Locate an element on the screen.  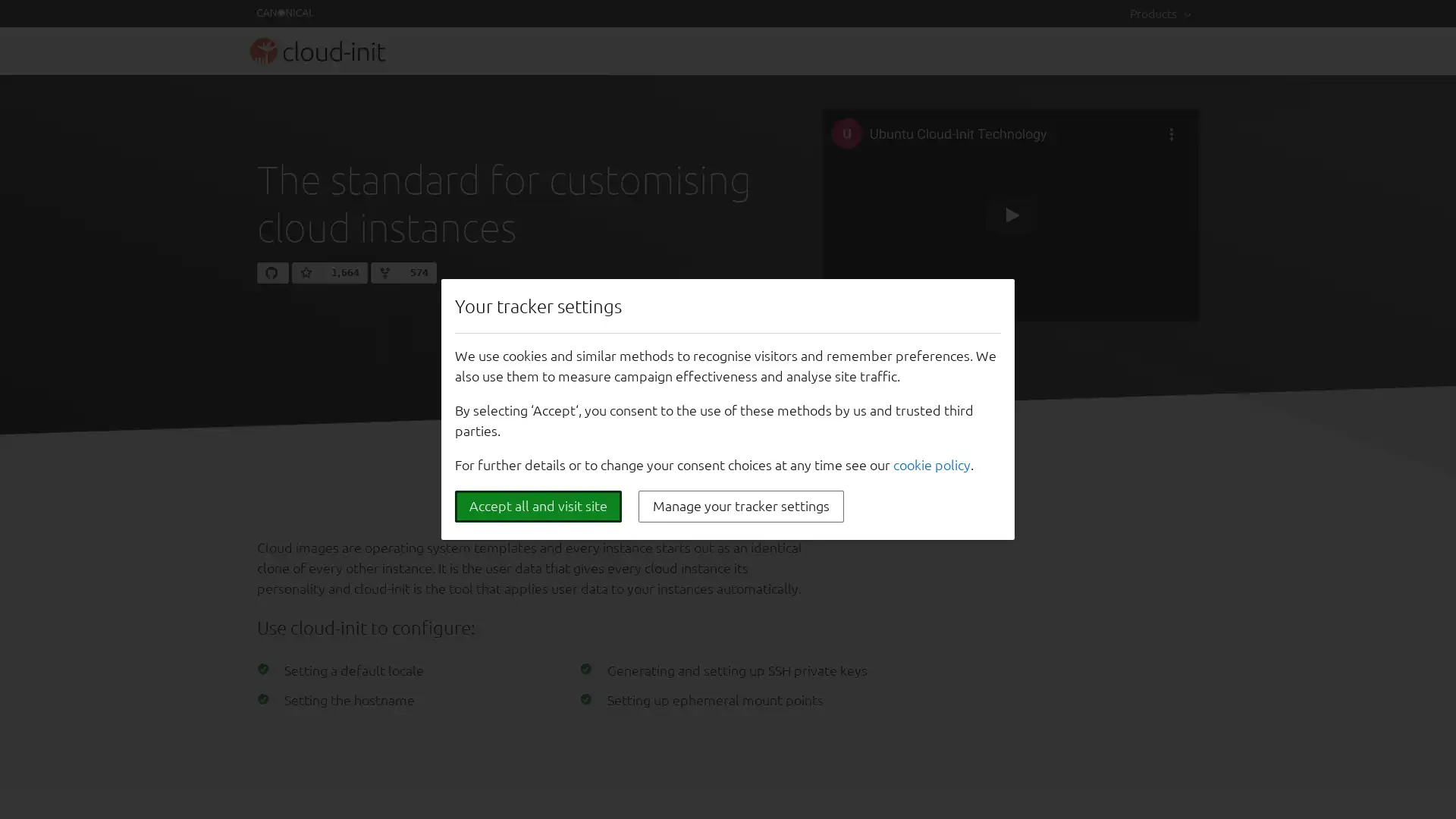
Accept all and visit site is located at coordinates (538, 506).